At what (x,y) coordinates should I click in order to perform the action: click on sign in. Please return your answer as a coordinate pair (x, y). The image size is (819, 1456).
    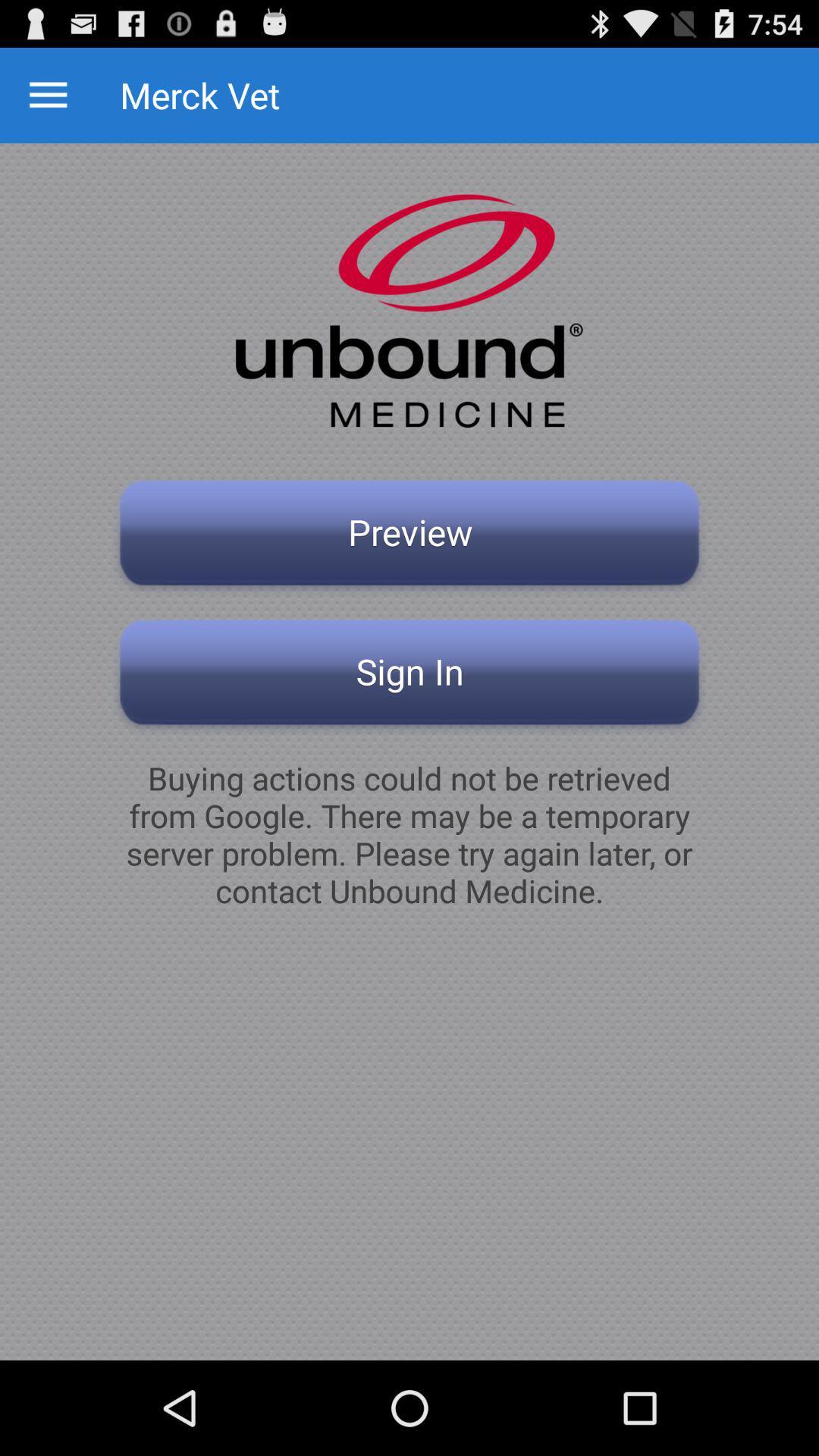
    Looking at the image, I should click on (409, 676).